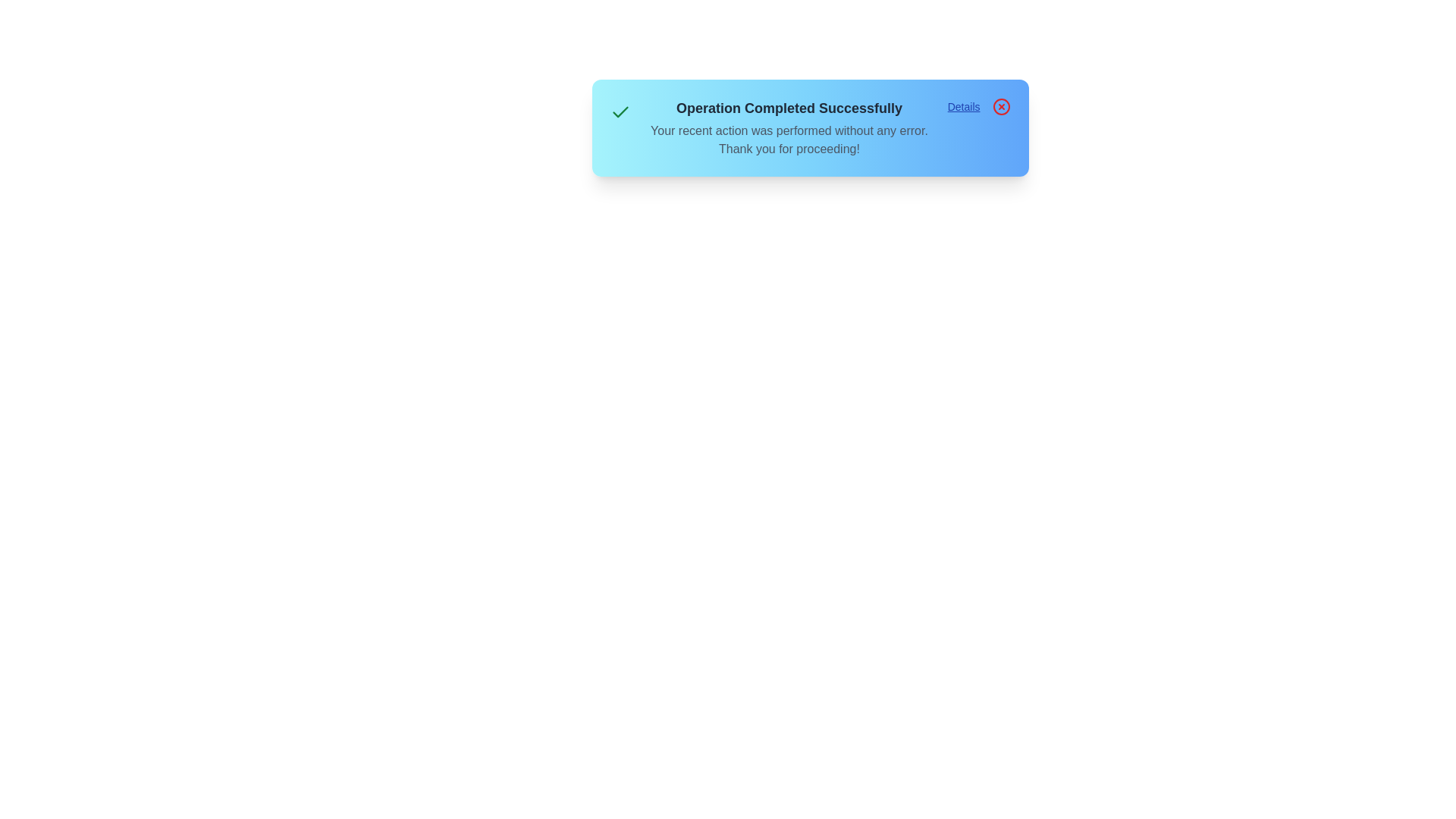  Describe the element at coordinates (1001, 106) in the screenshot. I see `the close button to dismiss the alert` at that location.